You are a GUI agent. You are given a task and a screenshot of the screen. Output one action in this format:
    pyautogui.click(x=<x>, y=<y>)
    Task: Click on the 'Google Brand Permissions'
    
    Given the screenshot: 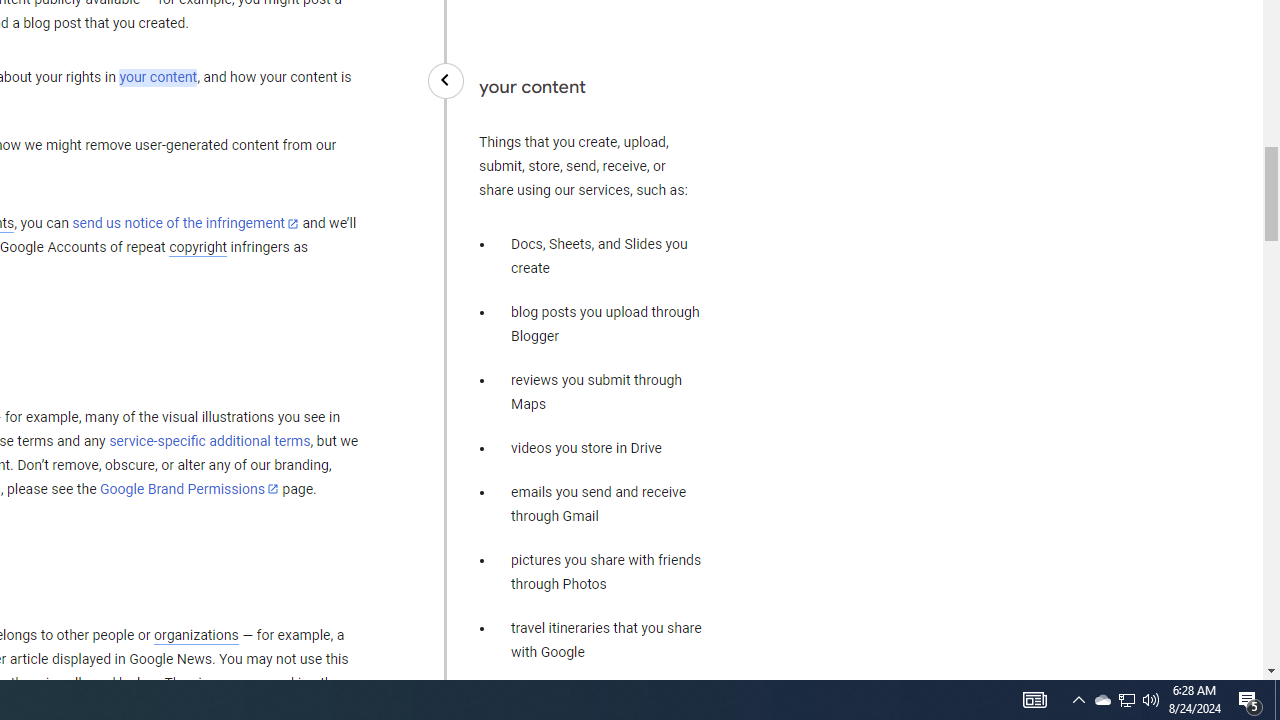 What is the action you would take?
    pyautogui.click(x=189, y=489)
    